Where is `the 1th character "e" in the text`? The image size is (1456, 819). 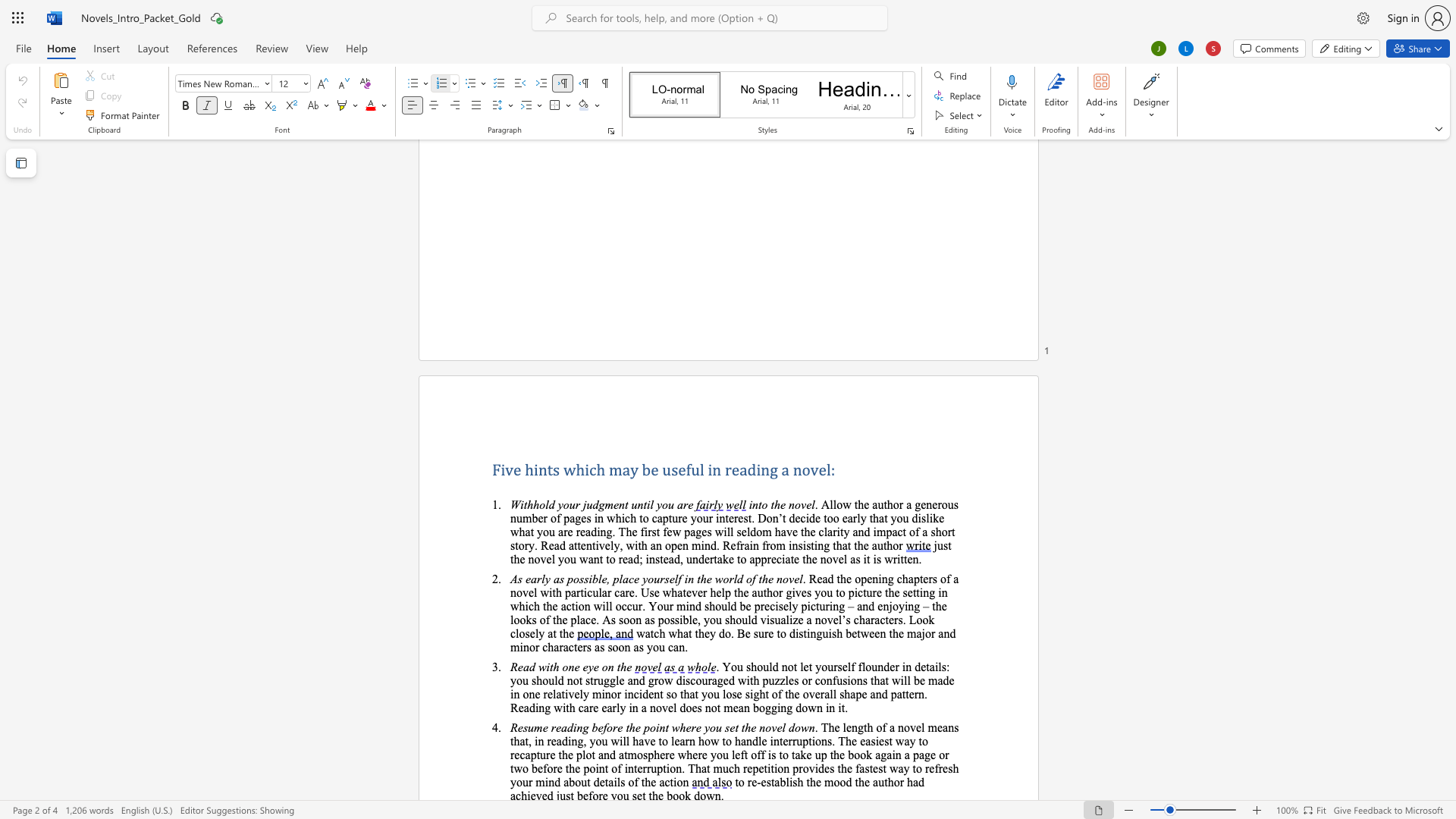
the 1th character "e" in the text is located at coordinates (517, 469).